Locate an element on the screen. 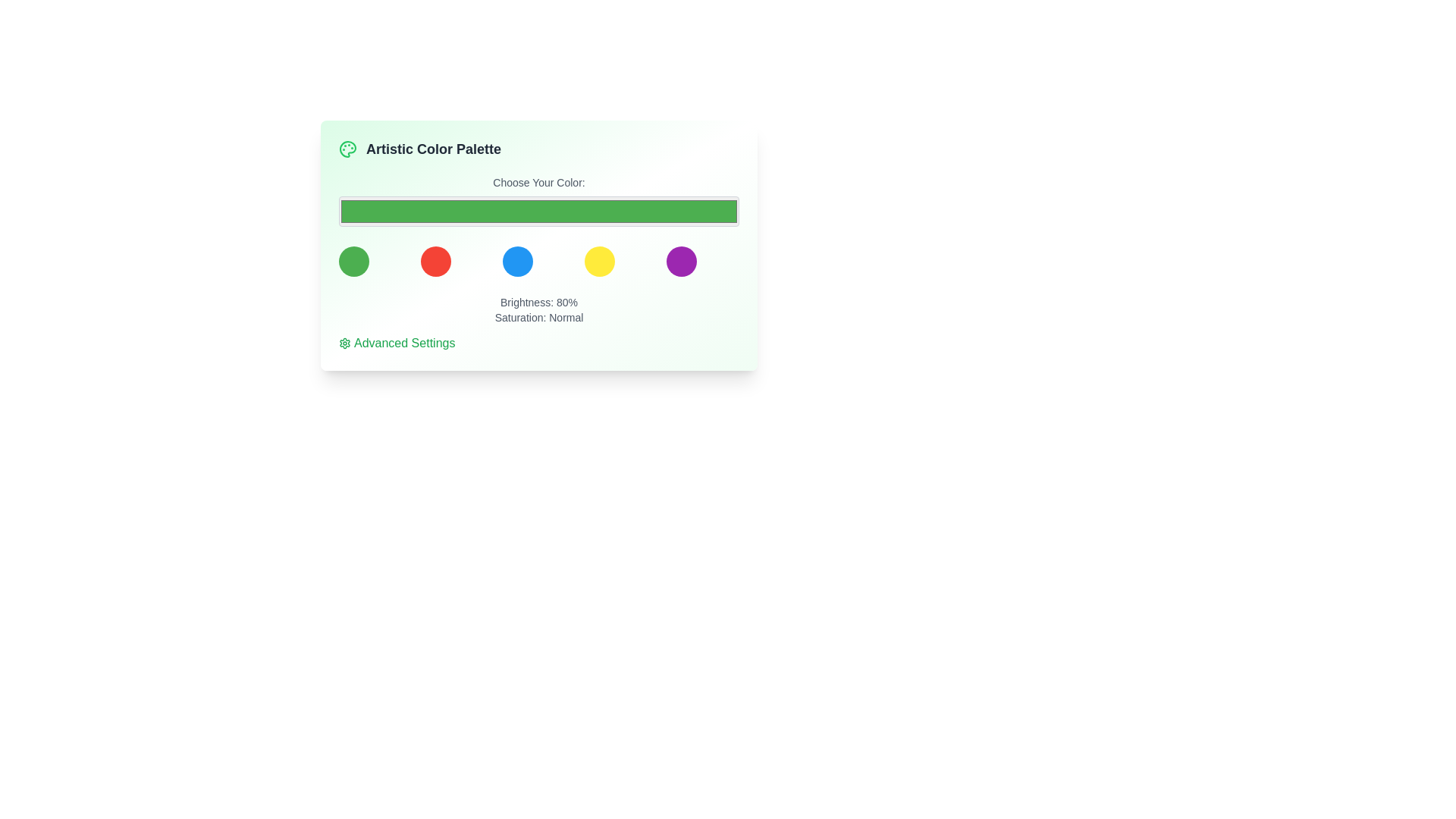 This screenshot has width=1456, height=819. the selectable color option representing red, which is the second circular component is located at coordinates (435, 260).